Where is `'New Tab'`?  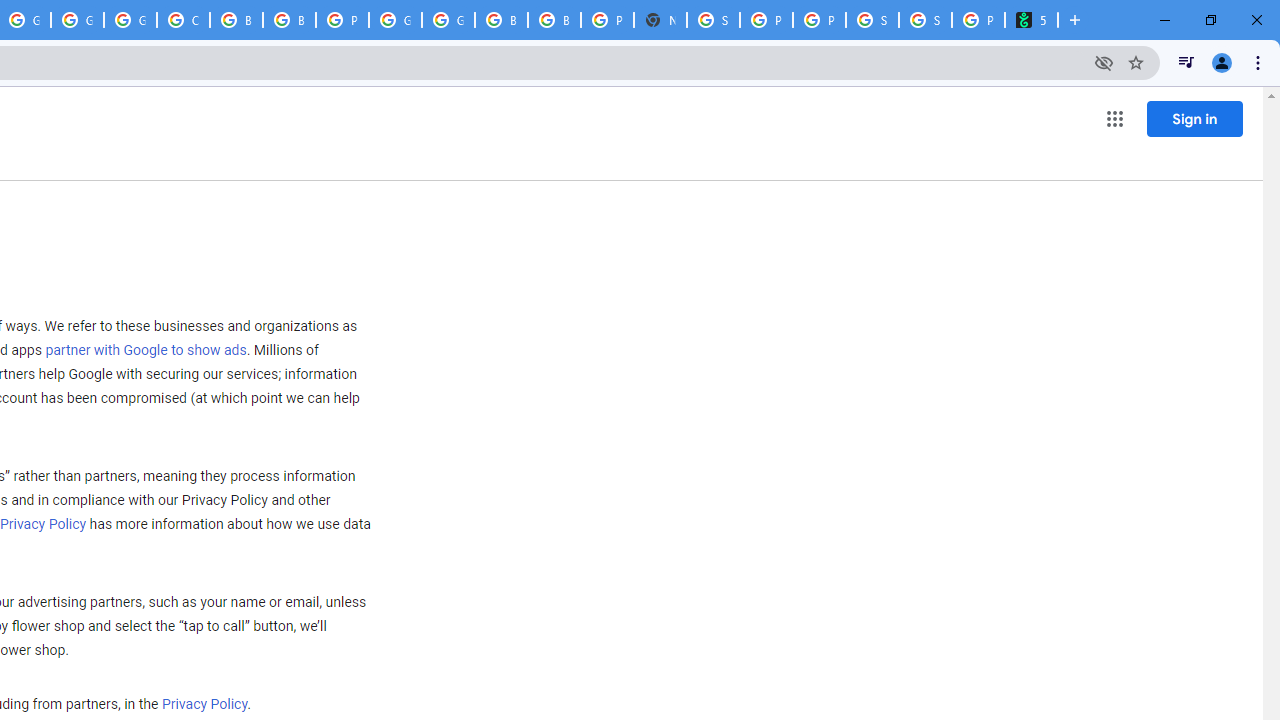 'New Tab' is located at coordinates (660, 20).